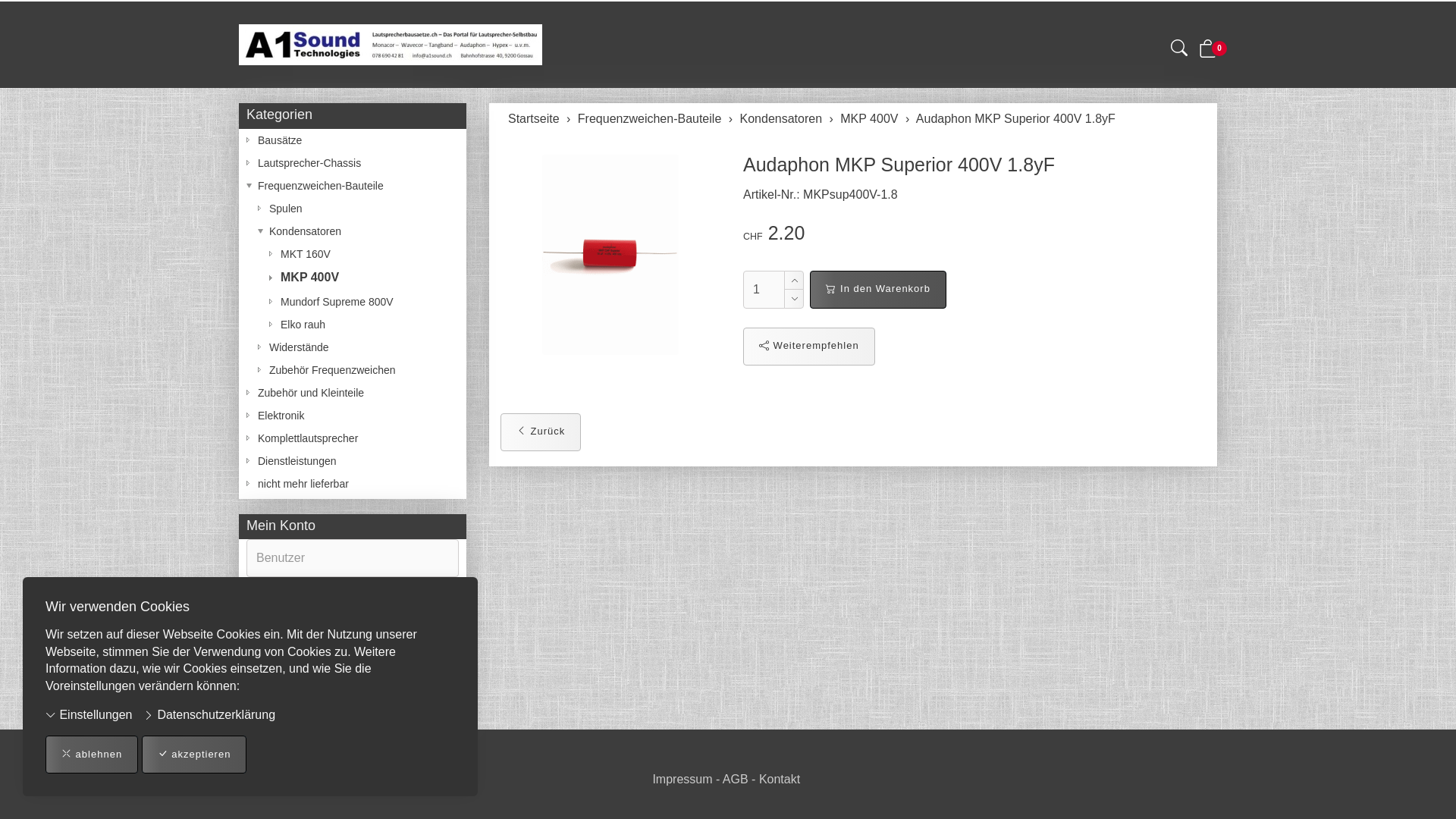  I want to click on 'Komplettlautsprecher', so click(352, 438).